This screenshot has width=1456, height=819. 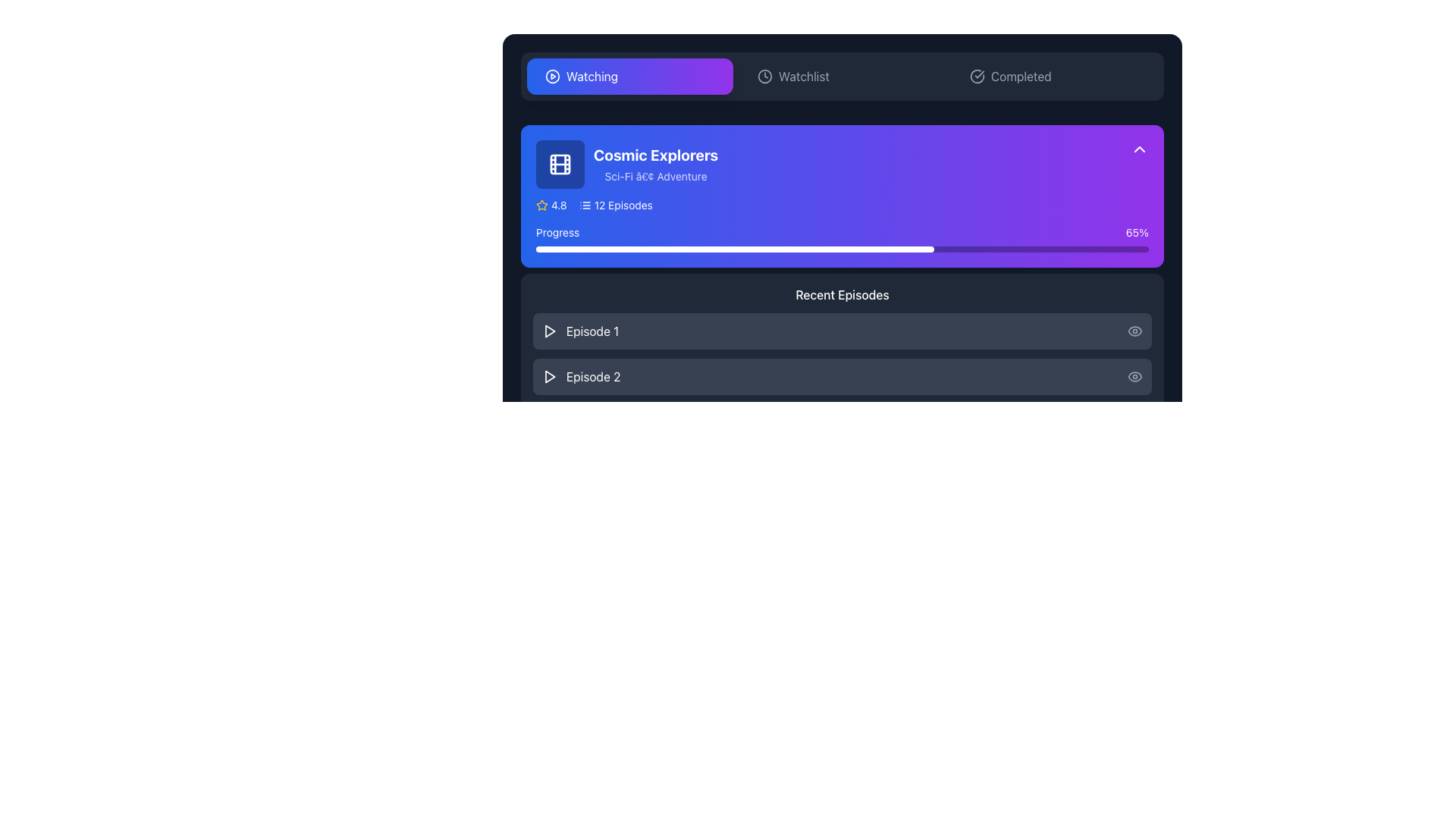 What do you see at coordinates (552, 76) in the screenshot?
I see `the outer circular border of the SVG icon located on the application's top navigation bar, which is to the left of the 'Watching' tab` at bounding box center [552, 76].